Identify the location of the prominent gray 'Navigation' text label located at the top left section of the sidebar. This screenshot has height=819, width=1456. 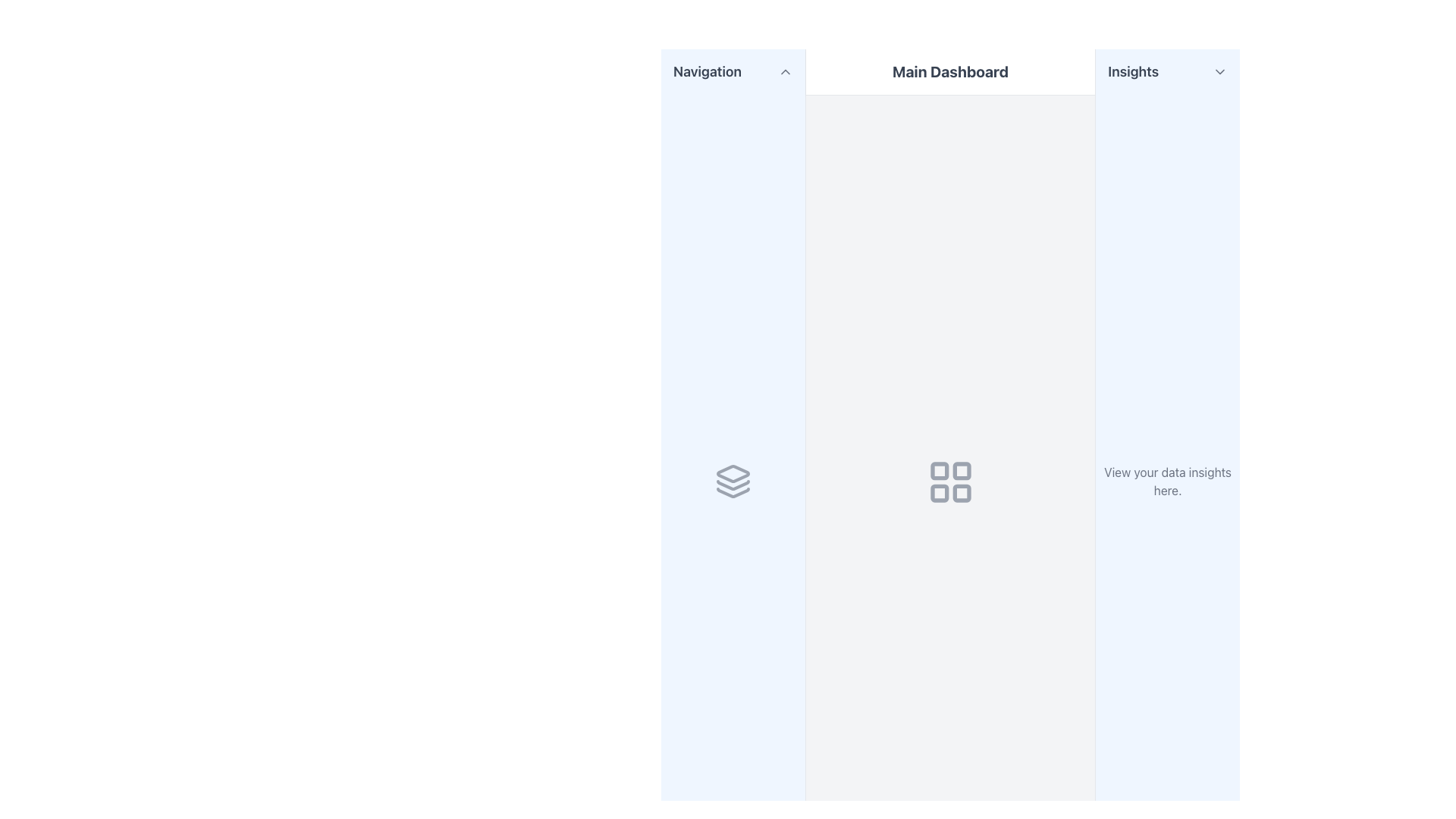
(706, 72).